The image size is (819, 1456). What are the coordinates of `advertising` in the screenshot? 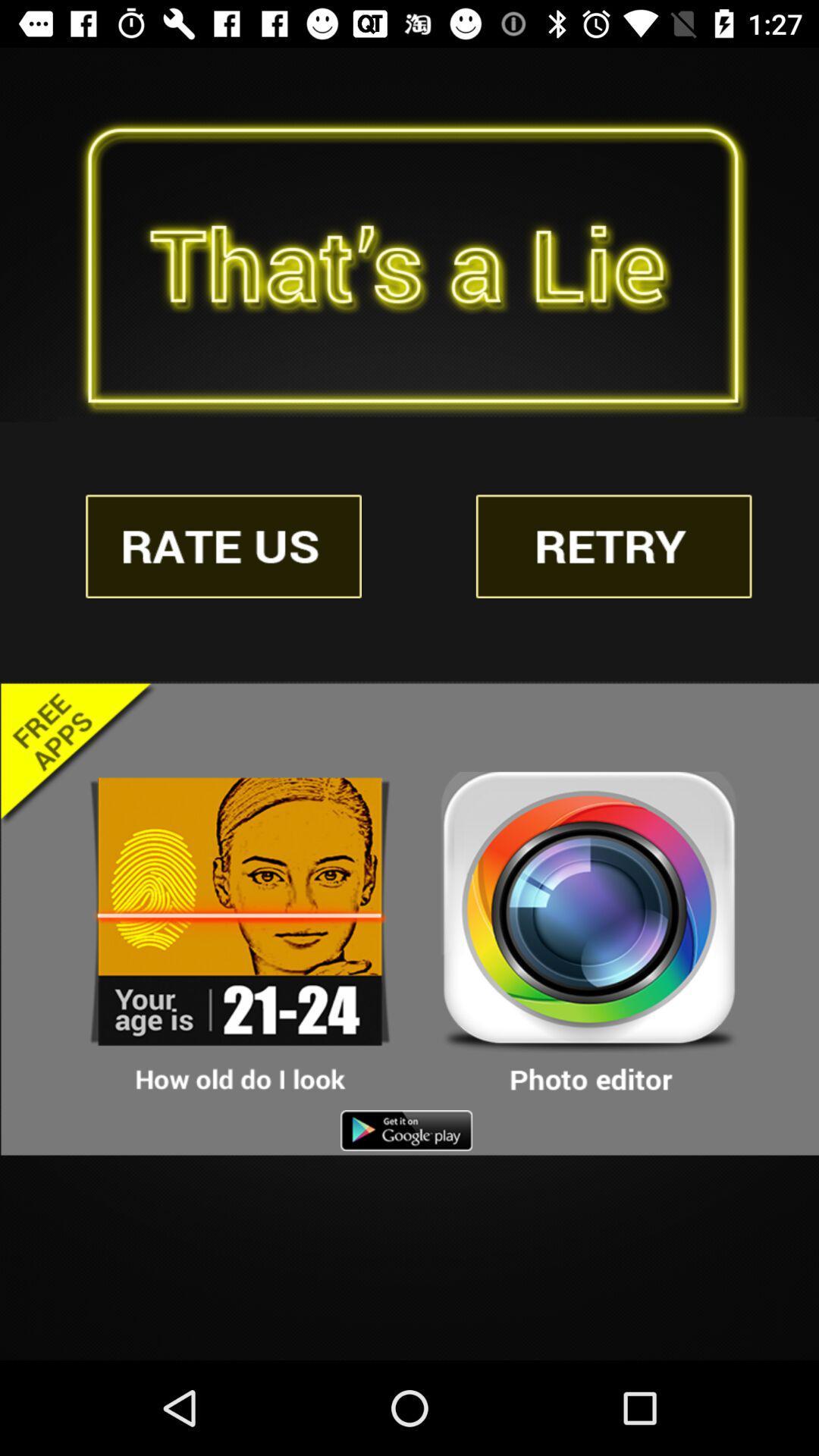 It's located at (240, 933).